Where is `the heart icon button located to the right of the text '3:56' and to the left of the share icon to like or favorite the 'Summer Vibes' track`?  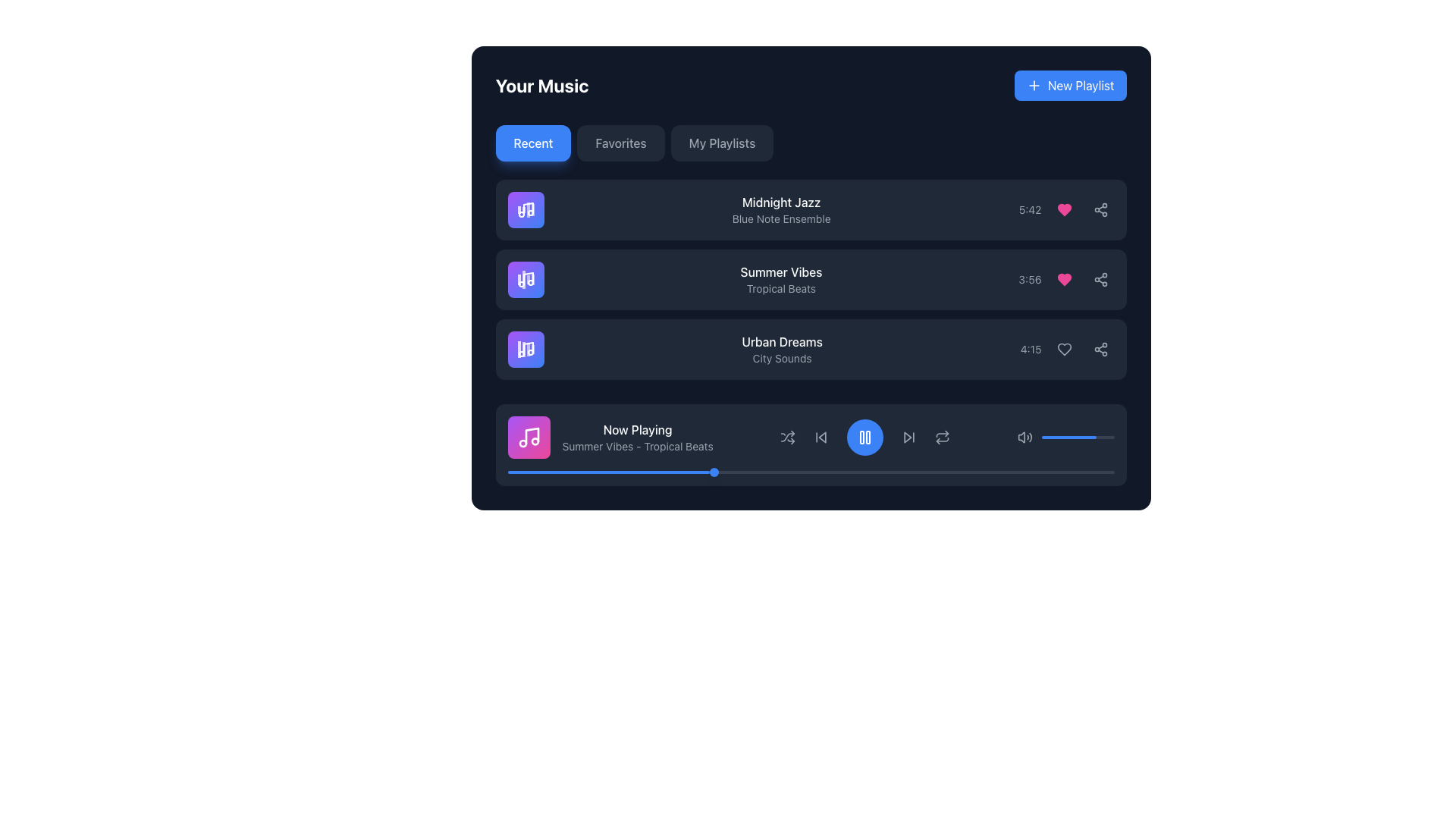
the heart icon button located to the right of the text '3:56' and to the left of the share icon to like or favorite the 'Summer Vibes' track is located at coordinates (1065, 280).